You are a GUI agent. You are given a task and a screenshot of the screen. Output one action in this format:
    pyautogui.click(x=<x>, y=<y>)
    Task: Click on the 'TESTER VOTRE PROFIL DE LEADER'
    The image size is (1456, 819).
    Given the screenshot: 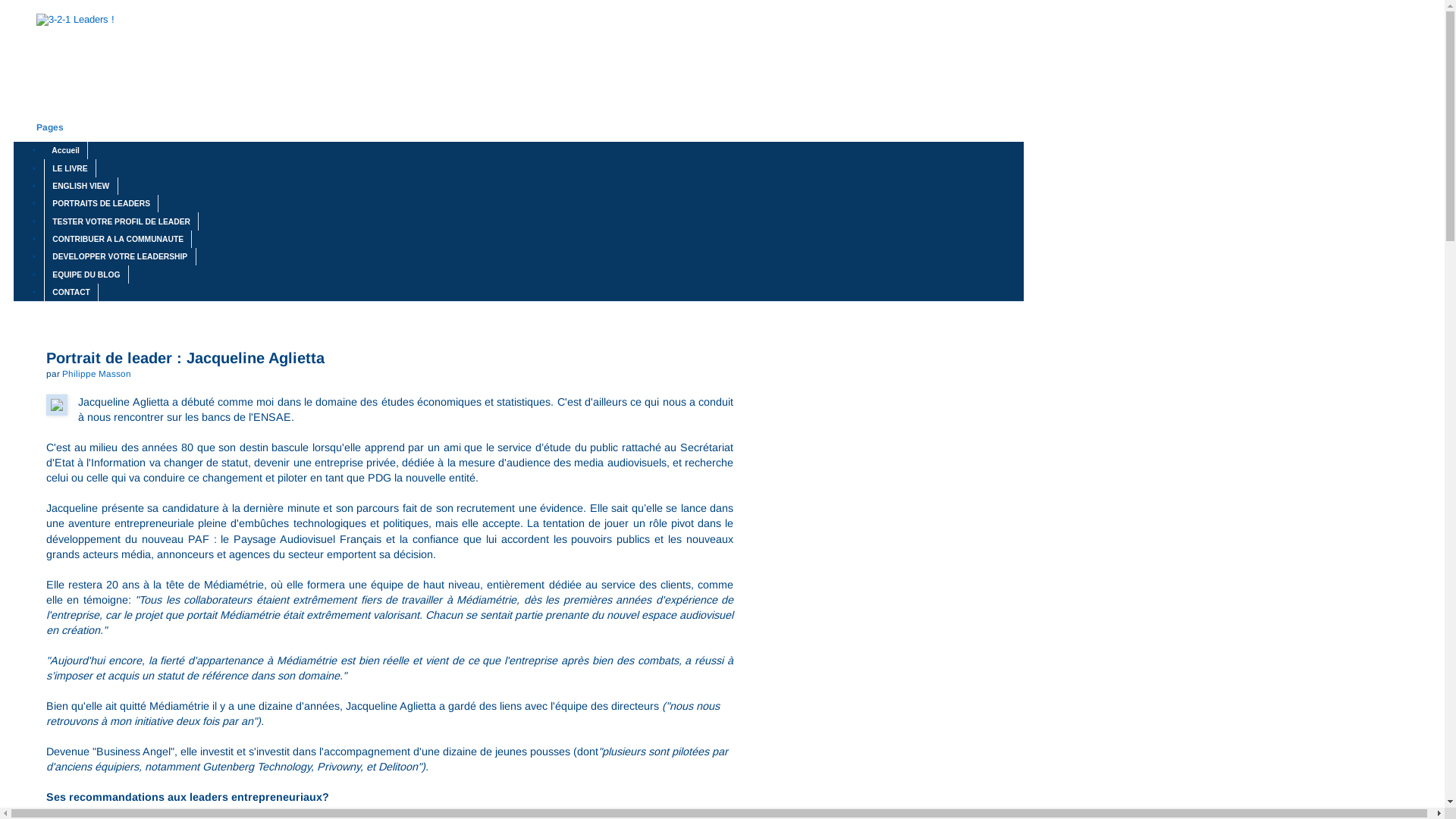 What is the action you would take?
    pyautogui.click(x=120, y=221)
    